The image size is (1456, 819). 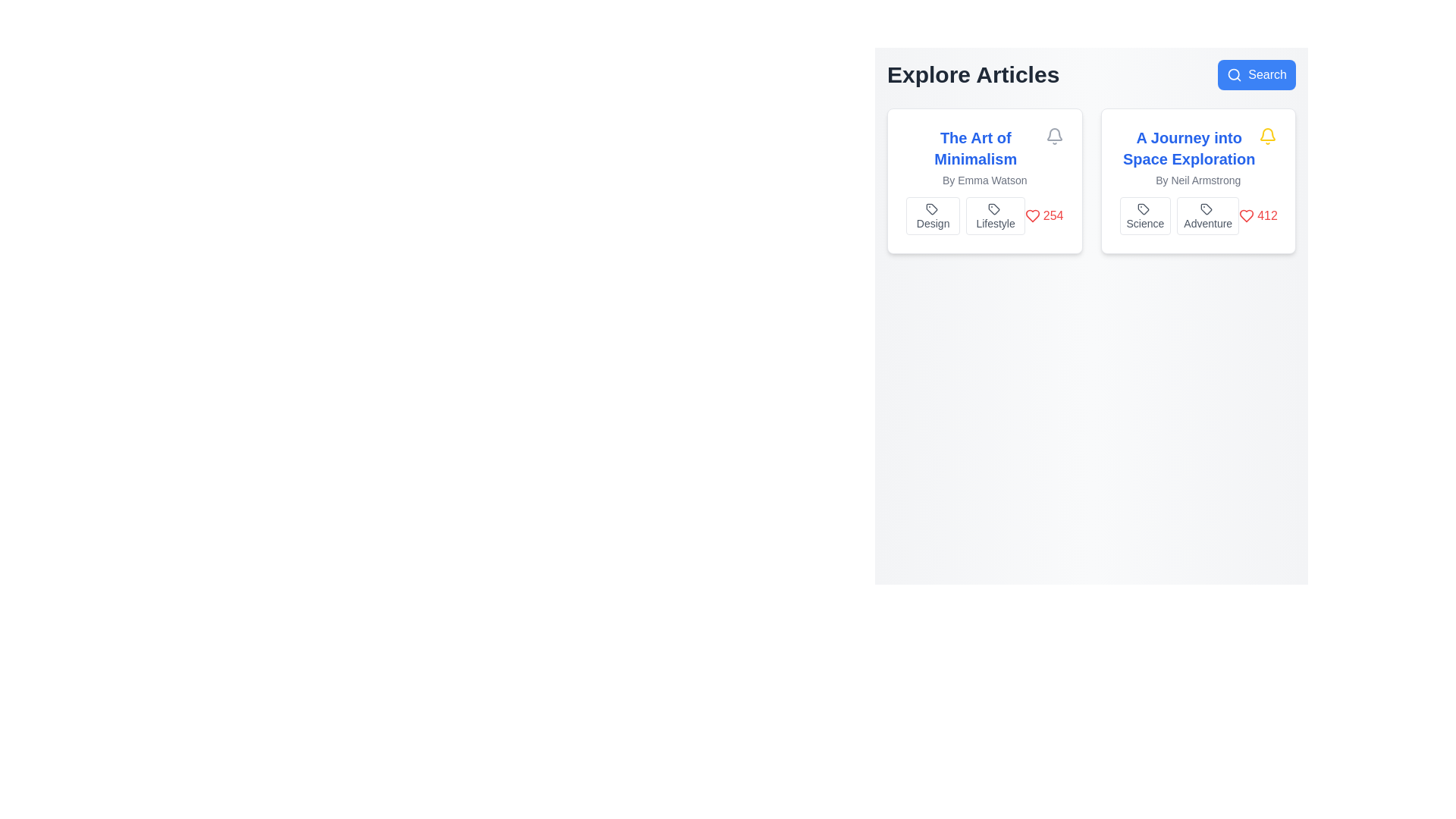 What do you see at coordinates (965, 216) in the screenshot?
I see `the tag group element containing the 'Design' and 'Lifestyle' tags to filter content by category` at bounding box center [965, 216].